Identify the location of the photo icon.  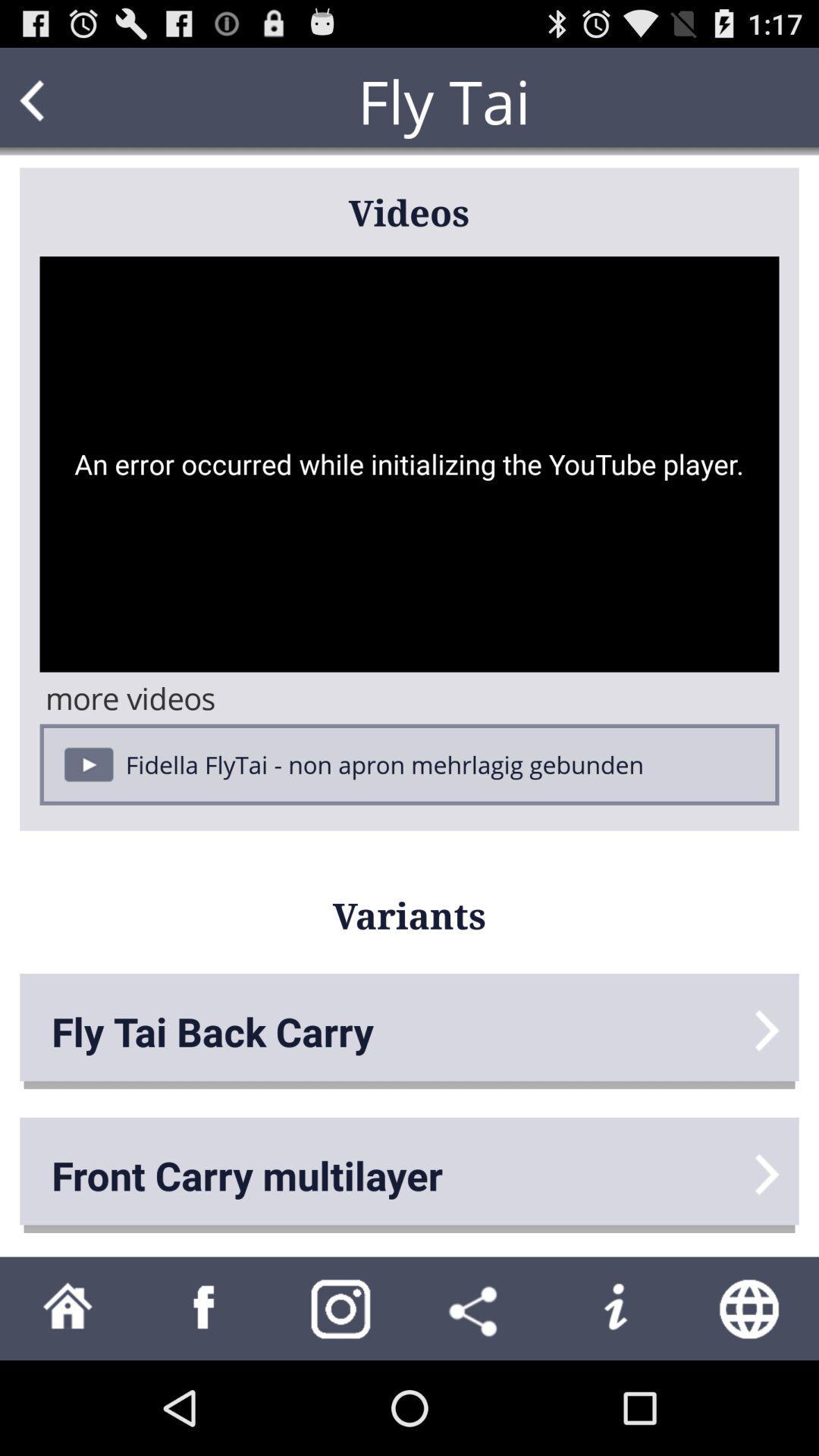
(341, 1400).